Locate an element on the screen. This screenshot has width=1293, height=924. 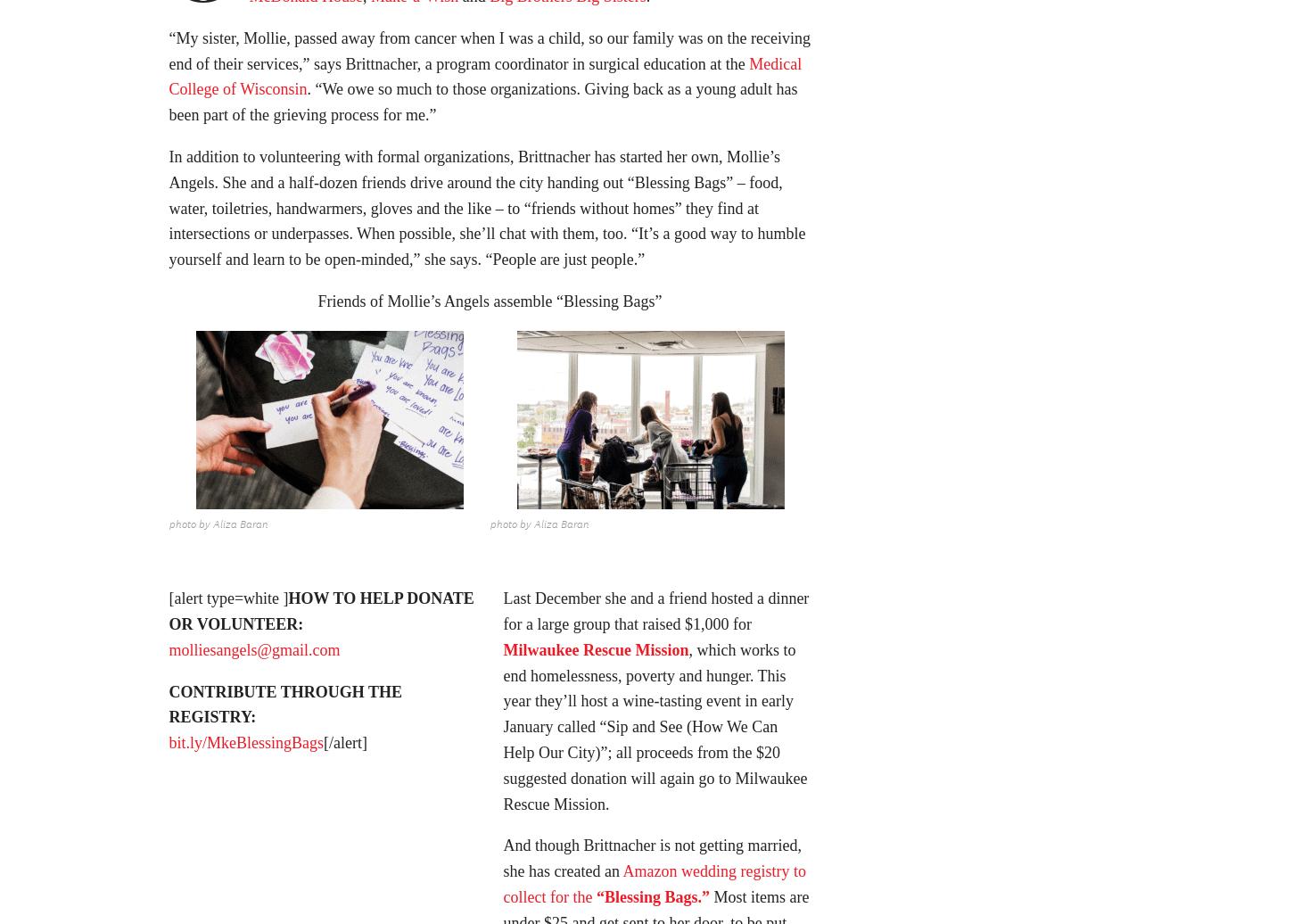
', which works to end homelessness, poverty and hunger. This year they’ll host a wine-tasting event in early January called “Sip and See (How We Can Help Our City)”; all proceeds from the $20 suggested donation will again go to Milwaukee Rescue Mission.' is located at coordinates (655, 732).